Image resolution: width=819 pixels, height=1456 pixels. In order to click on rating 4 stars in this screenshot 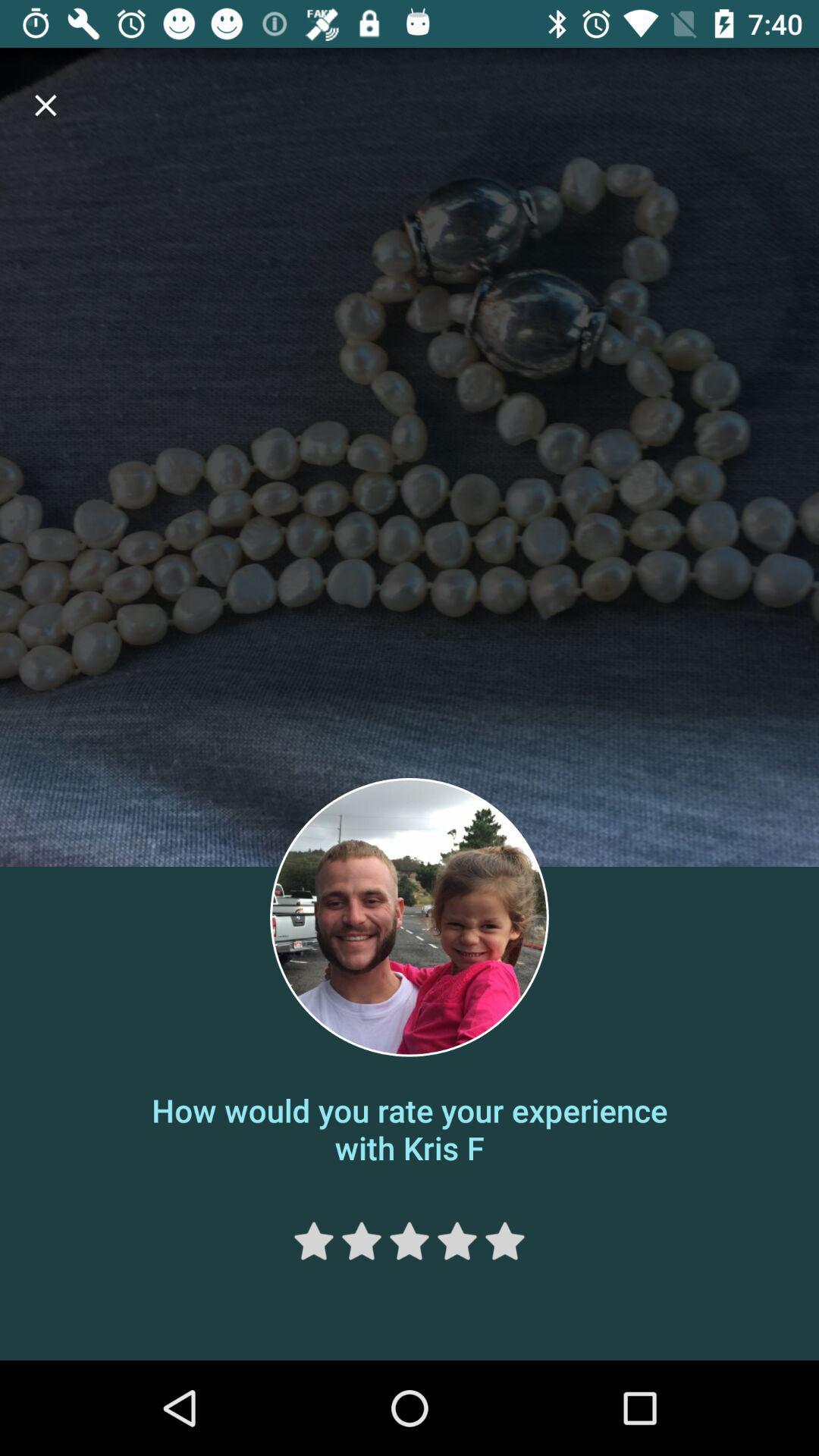, I will do `click(456, 1241)`.